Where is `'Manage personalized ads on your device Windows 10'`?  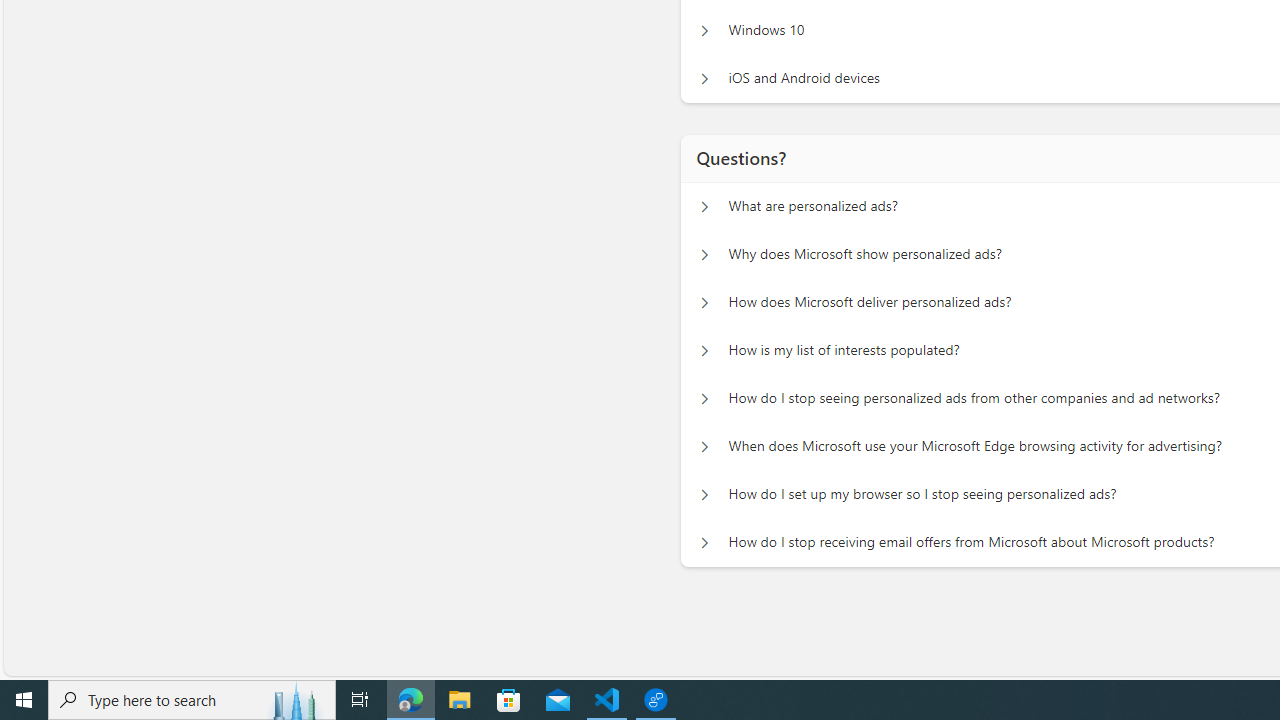
'Manage personalized ads on your device Windows 10' is located at coordinates (704, 30).